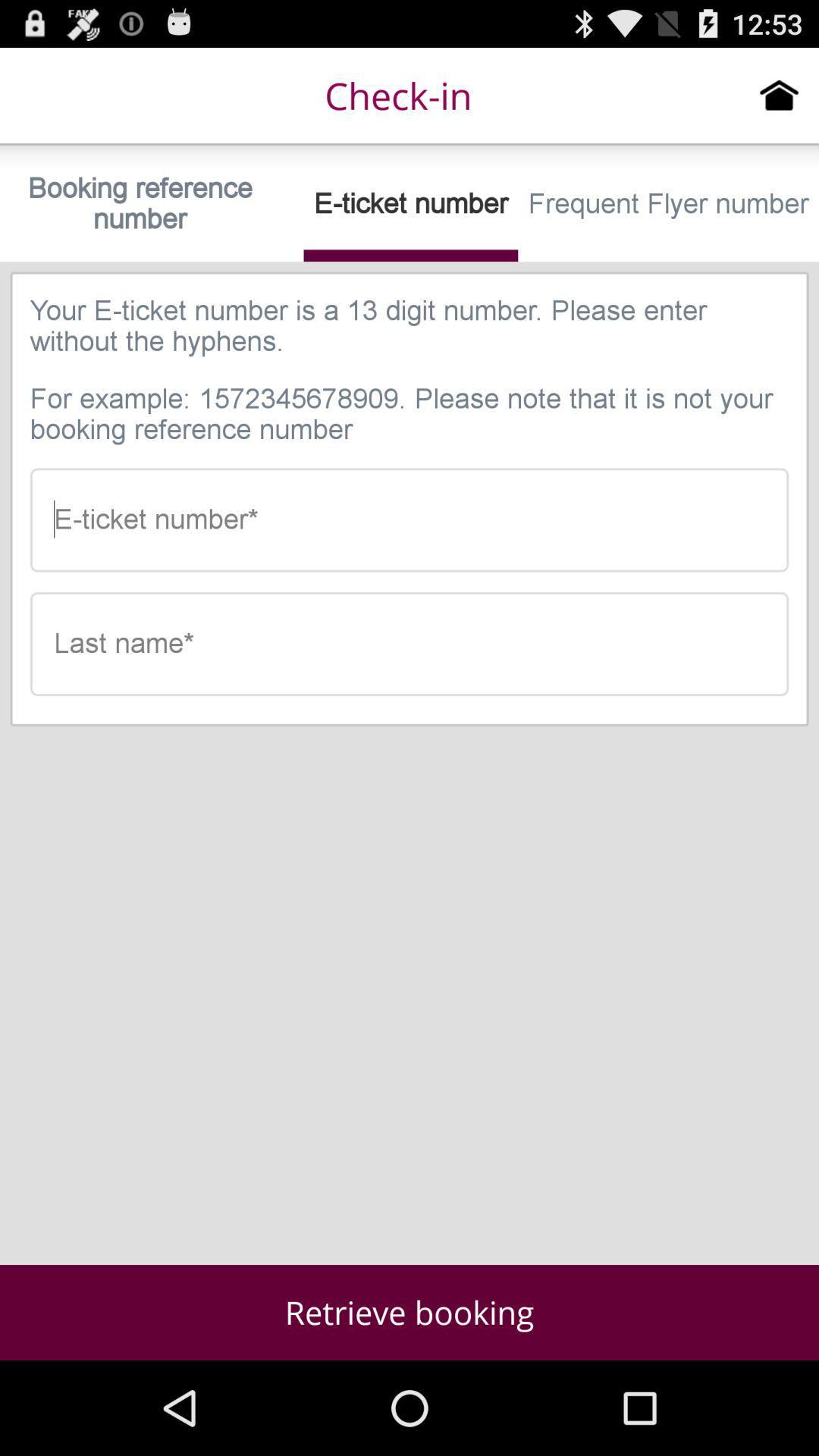 The width and height of the screenshot is (819, 1456). Describe the element at coordinates (409, 644) in the screenshot. I see `text field` at that location.